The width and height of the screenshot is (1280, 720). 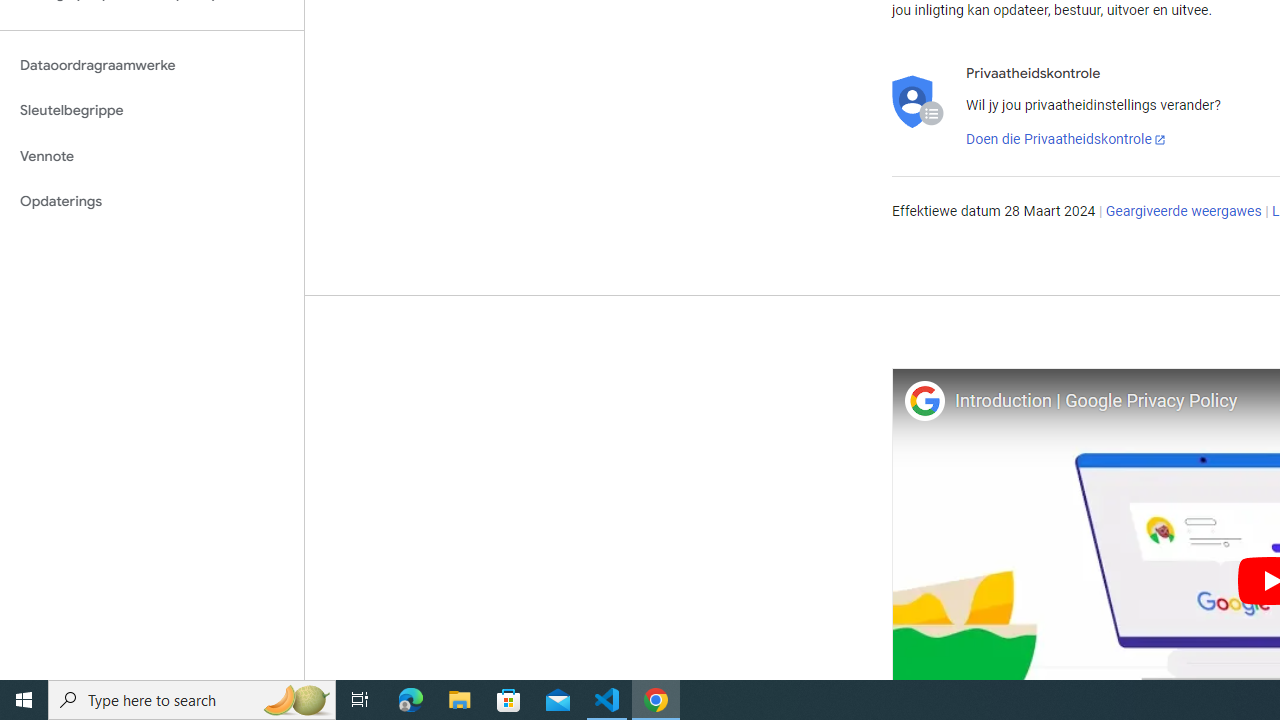 I want to click on 'Geargiveerde weergawes', so click(x=1183, y=212).